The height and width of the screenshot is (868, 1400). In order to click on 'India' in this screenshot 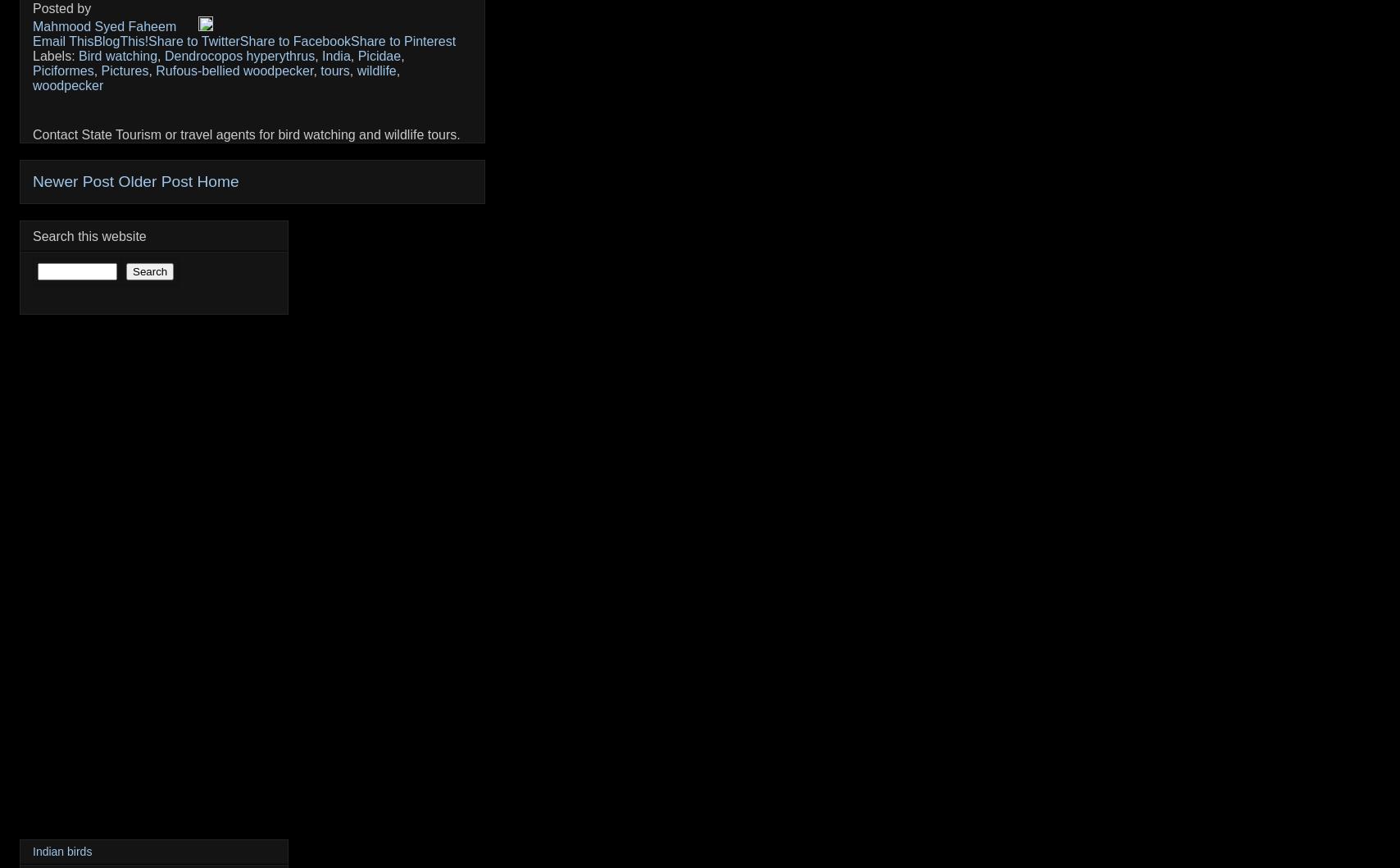, I will do `click(335, 56)`.